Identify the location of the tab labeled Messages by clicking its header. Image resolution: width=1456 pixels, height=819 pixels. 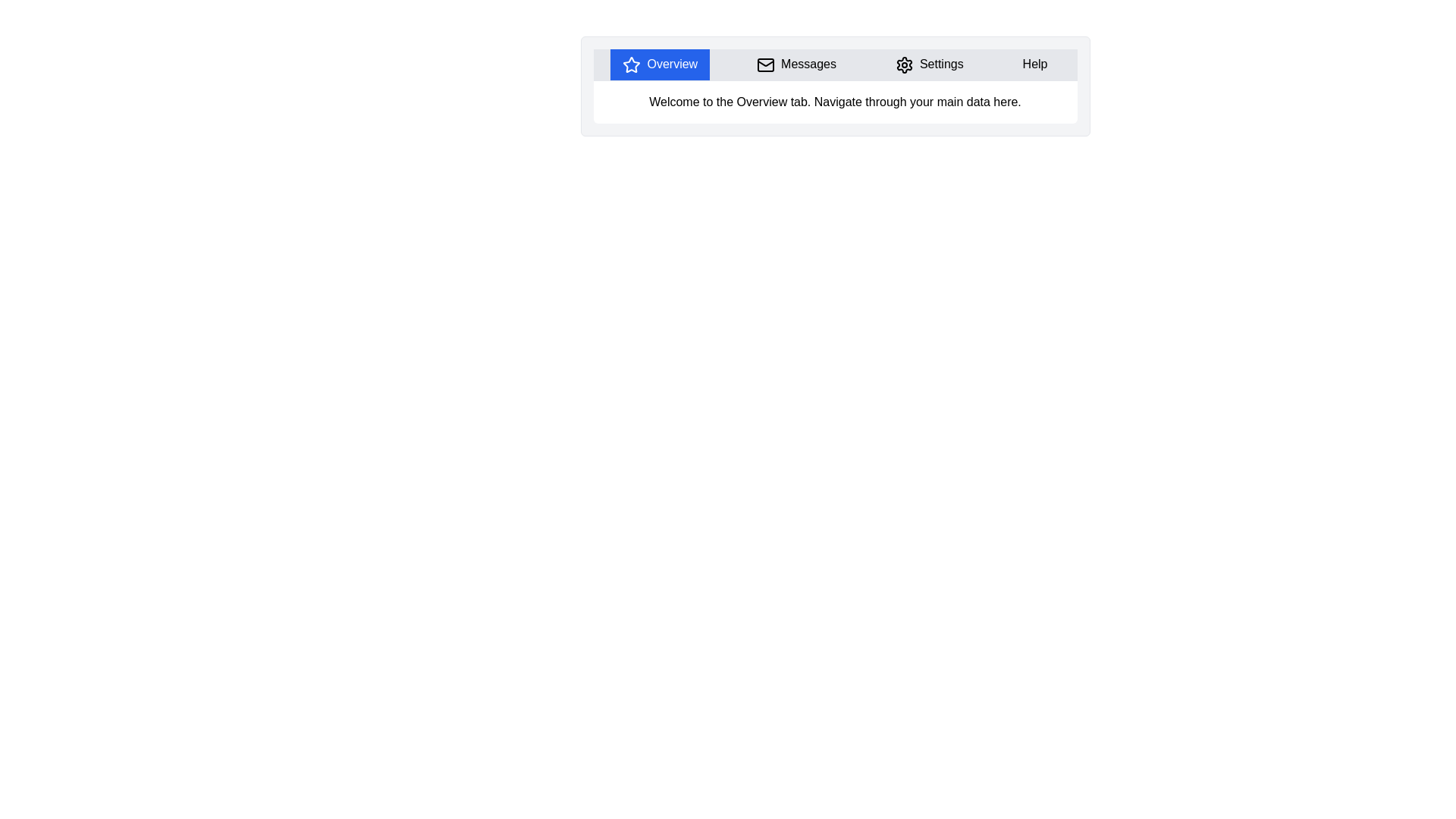
(795, 64).